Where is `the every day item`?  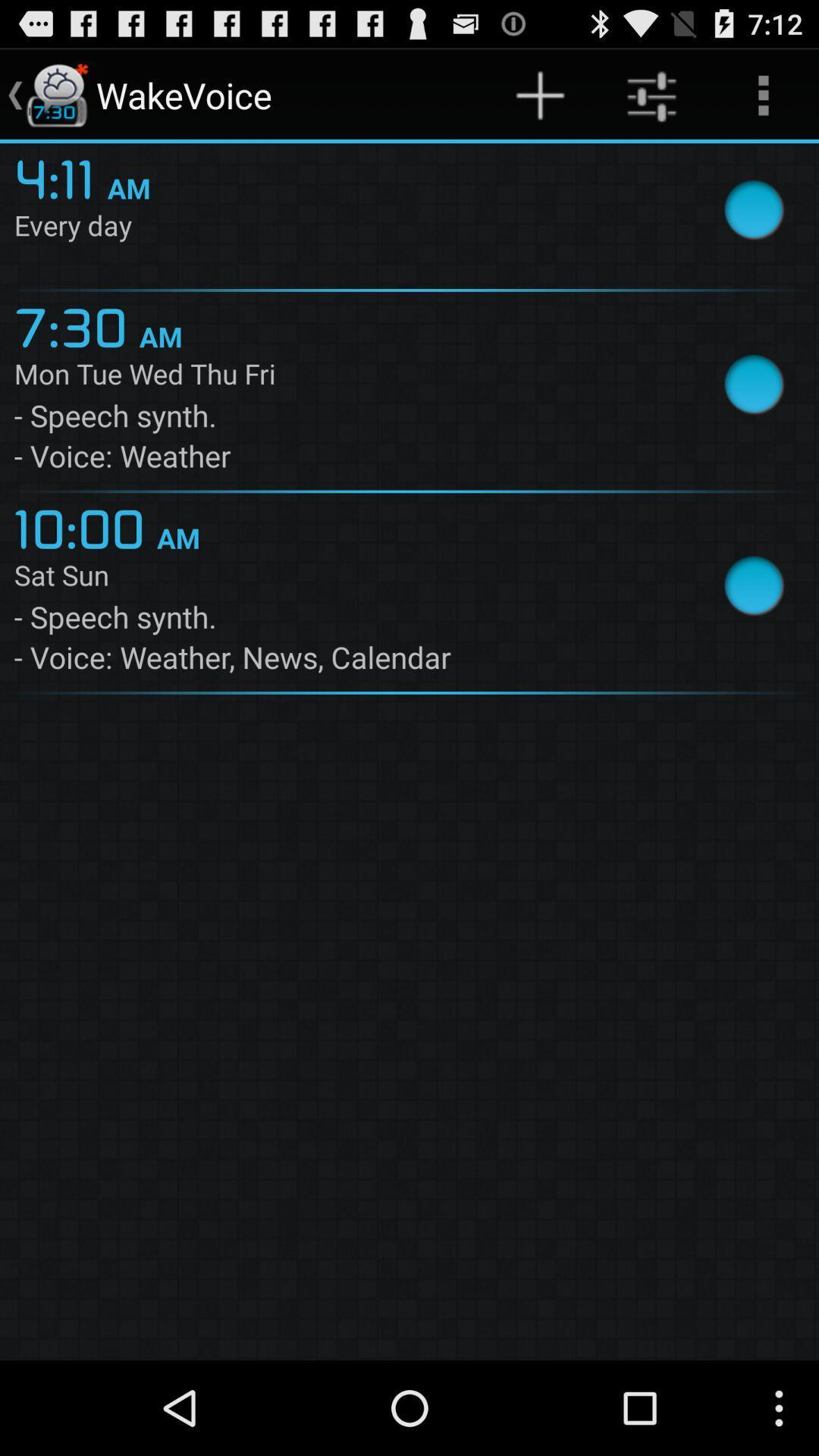 the every day item is located at coordinates (344, 227).